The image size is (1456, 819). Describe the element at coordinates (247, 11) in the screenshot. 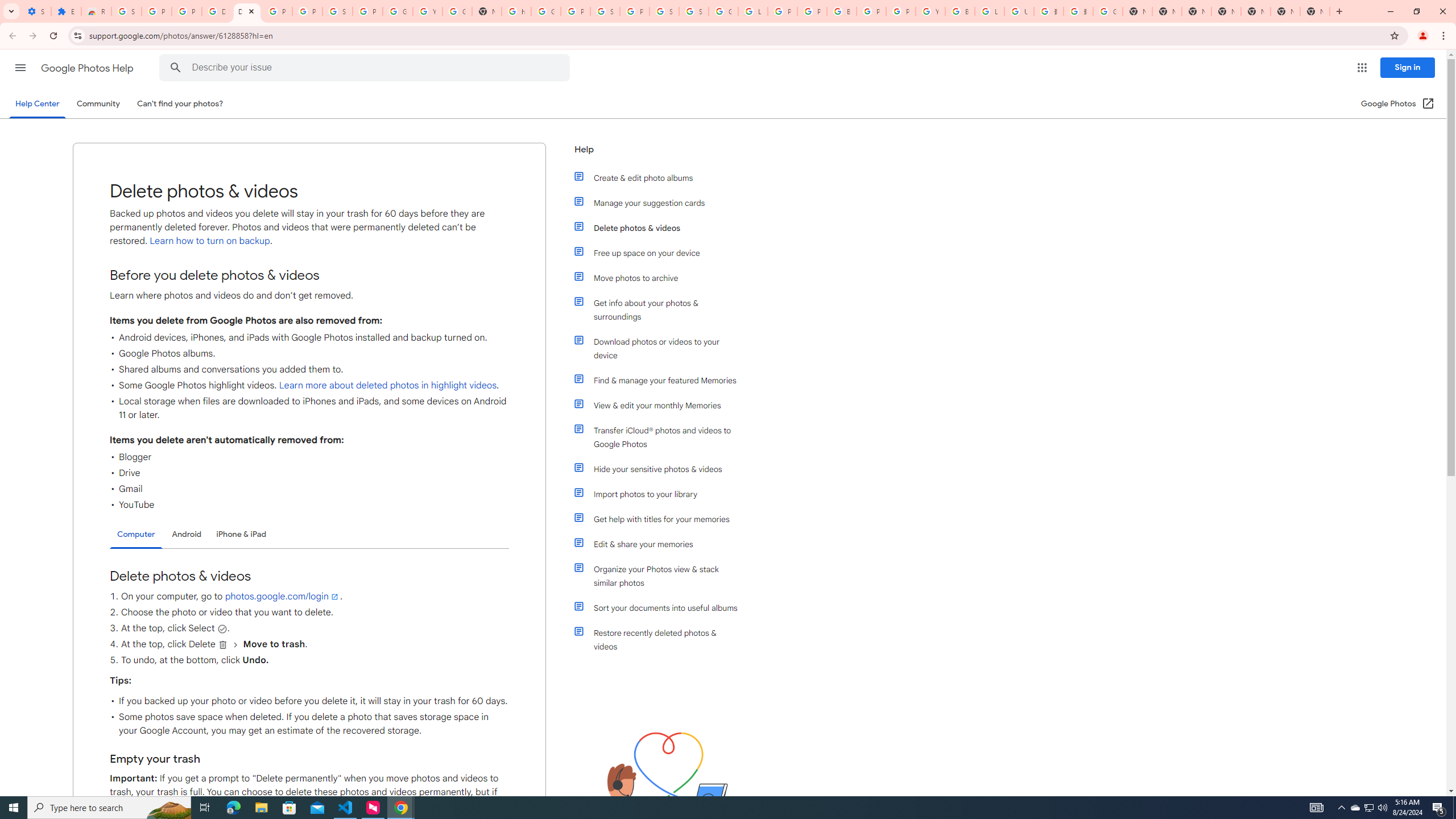

I see `'Delete photos & videos - Computer - Google Photos Help'` at that location.